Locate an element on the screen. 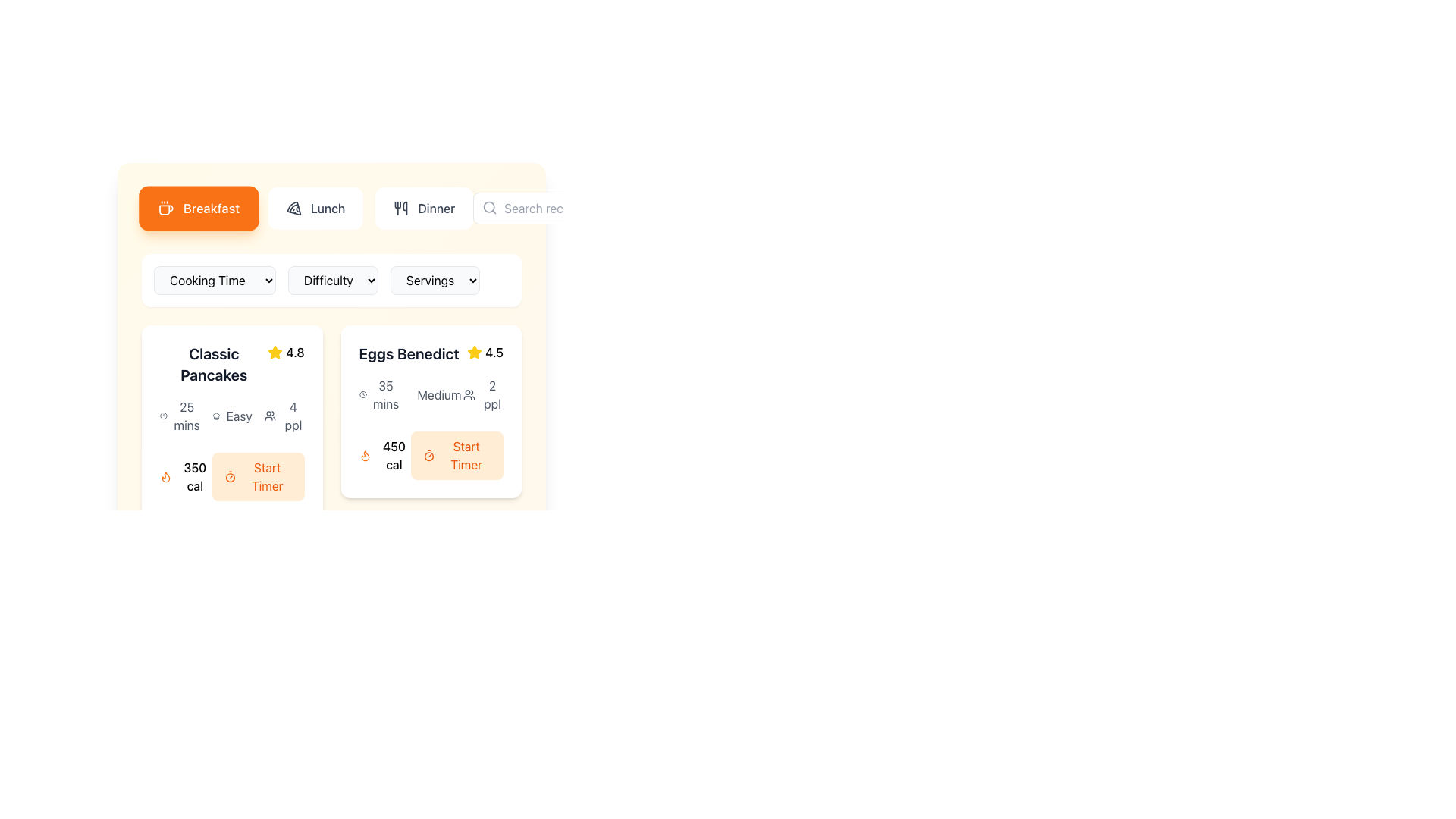  numeric text '4.8' displayed in bold style next to the yellow star icon in the upper-right corner of the 'Classic Pancakes' card is located at coordinates (295, 353).